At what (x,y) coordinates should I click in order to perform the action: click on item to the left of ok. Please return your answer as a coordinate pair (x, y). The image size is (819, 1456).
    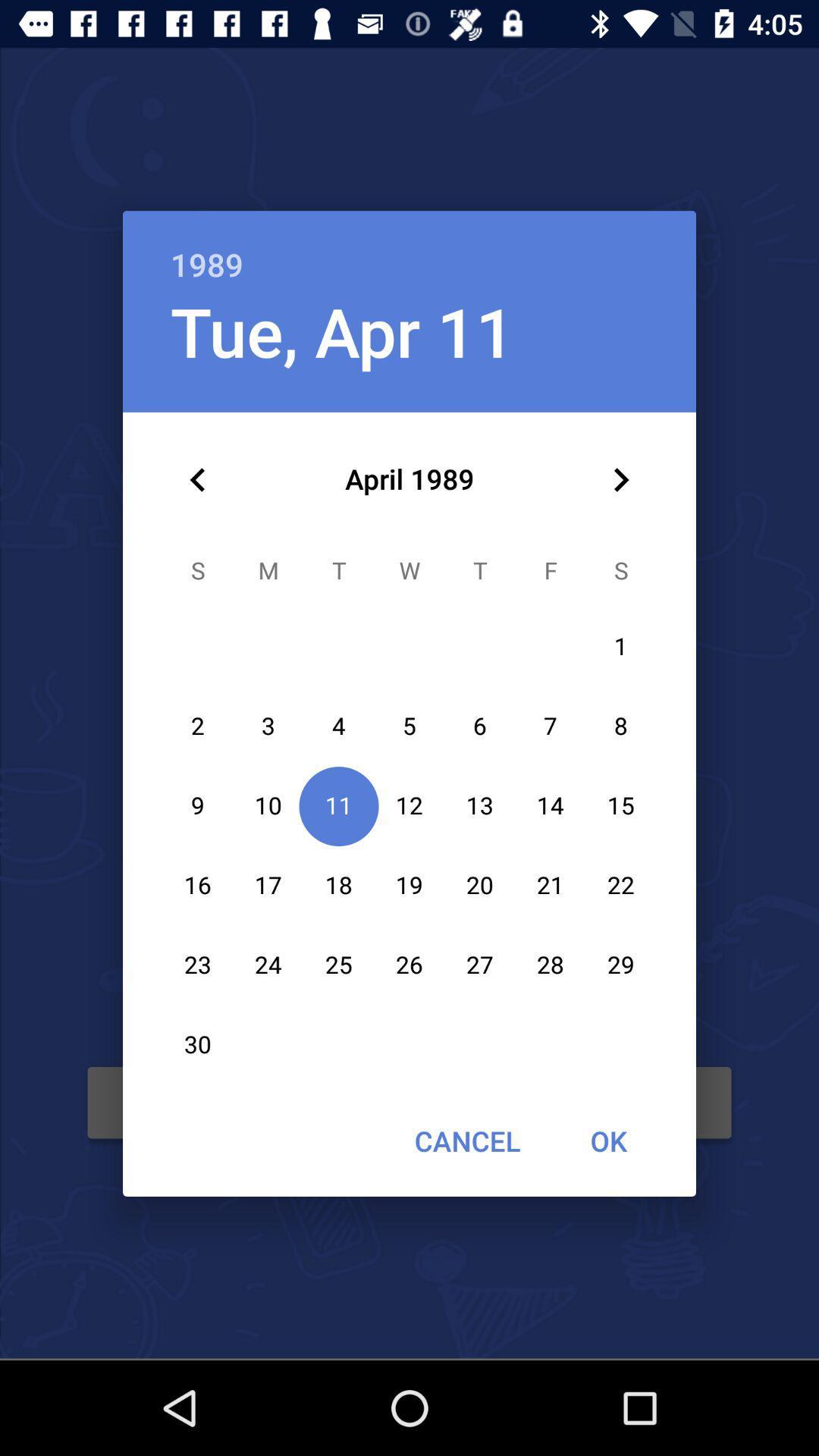
    Looking at the image, I should click on (466, 1141).